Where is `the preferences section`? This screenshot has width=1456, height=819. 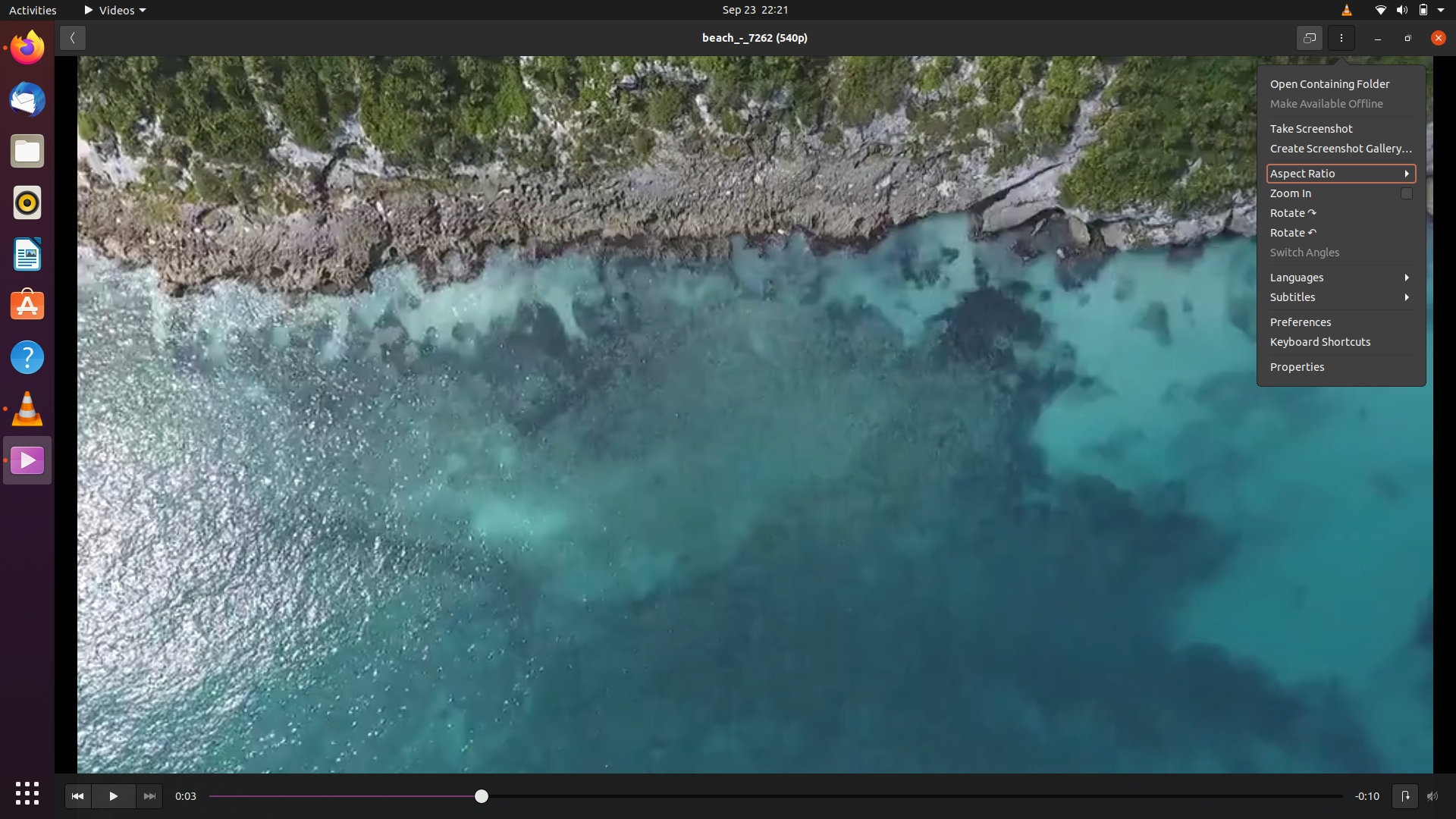
the preferences section is located at coordinates (1343, 321).